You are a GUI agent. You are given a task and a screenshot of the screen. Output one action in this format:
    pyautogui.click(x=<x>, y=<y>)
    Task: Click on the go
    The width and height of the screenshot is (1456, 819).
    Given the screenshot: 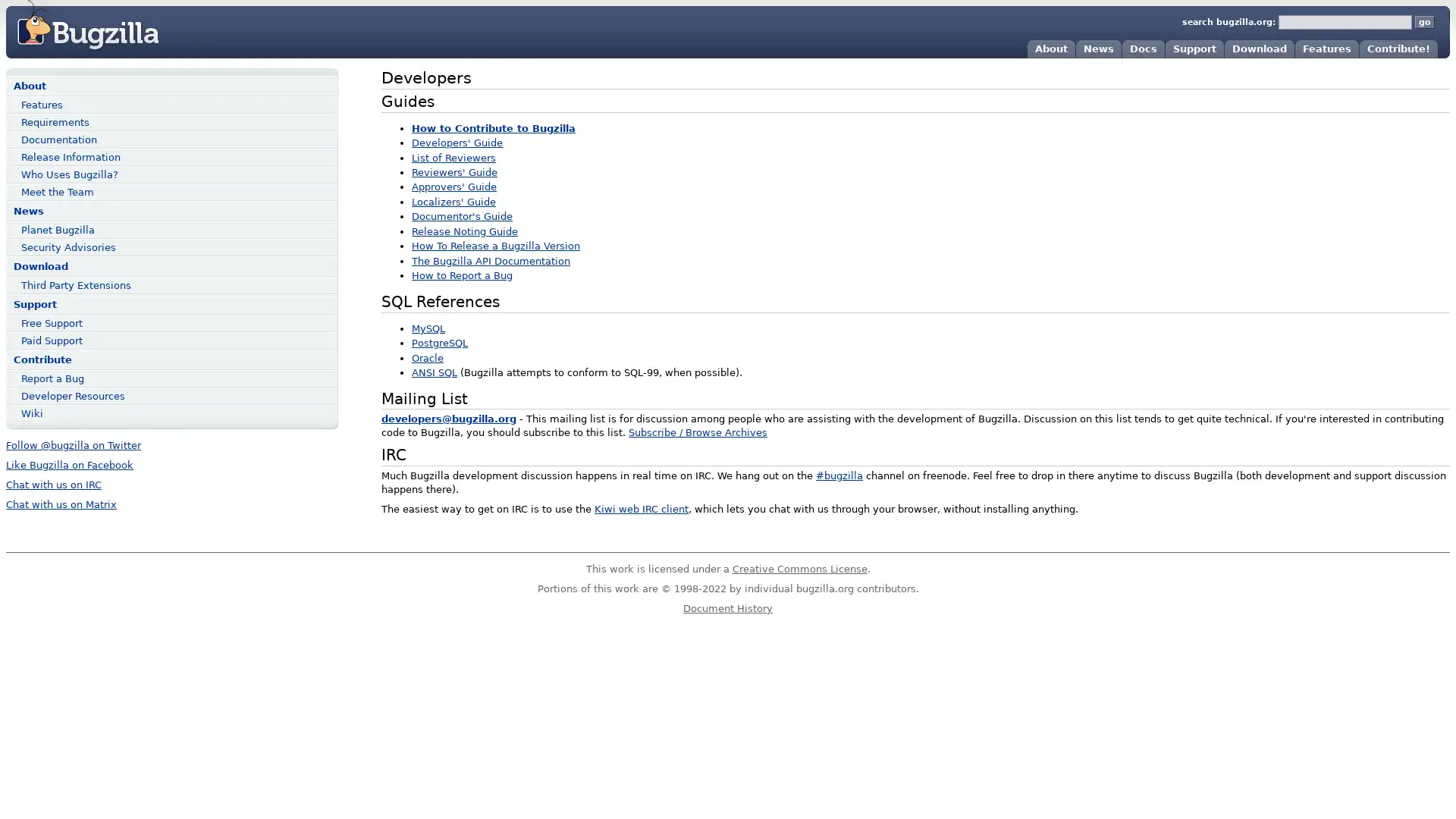 What is the action you would take?
    pyautogui.click(x=1423, y=22)
    